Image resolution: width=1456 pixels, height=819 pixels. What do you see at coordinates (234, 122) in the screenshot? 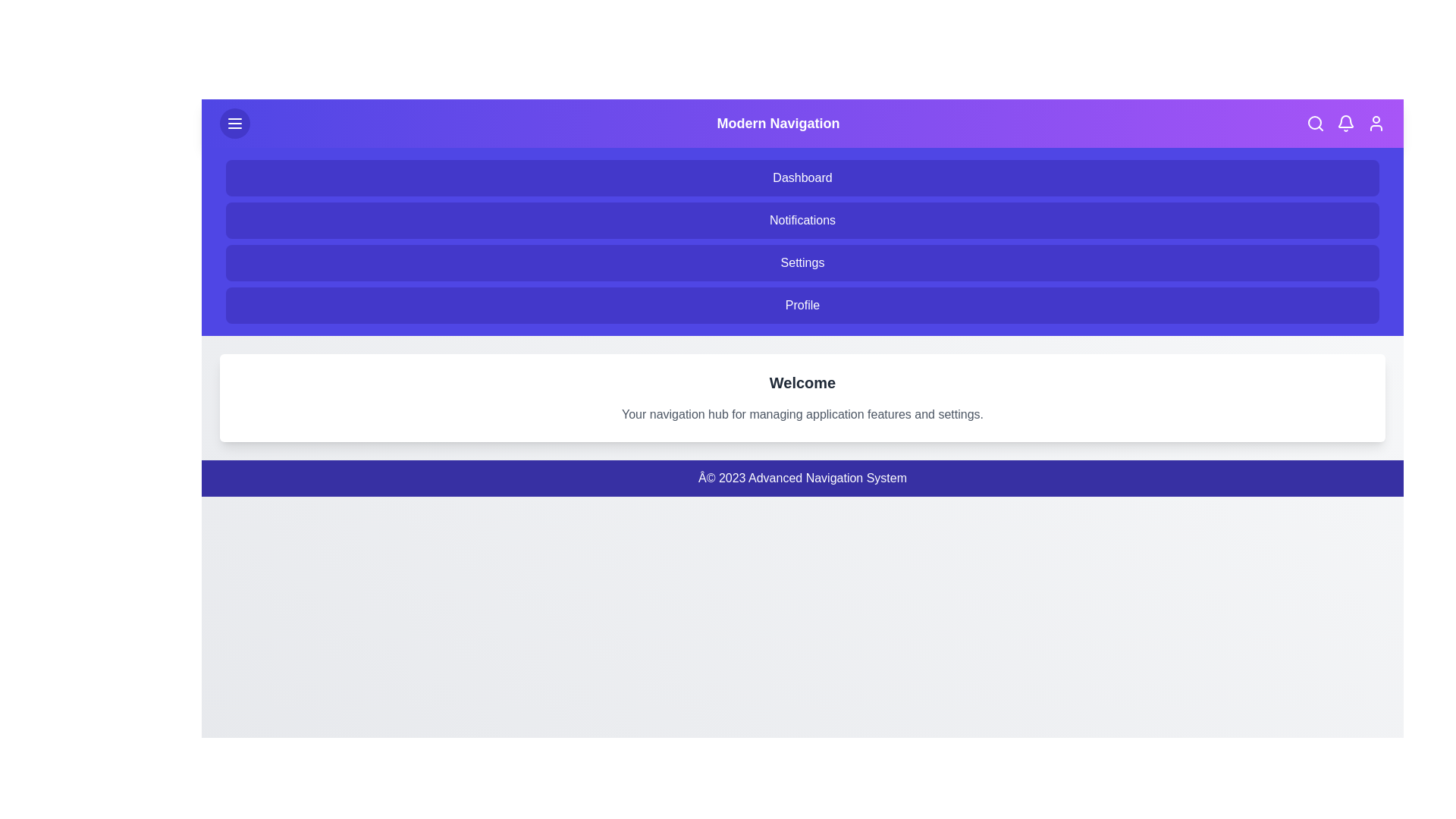
I see `the toggle menu button to change the menu visibility` at bounding box center [234, 122].